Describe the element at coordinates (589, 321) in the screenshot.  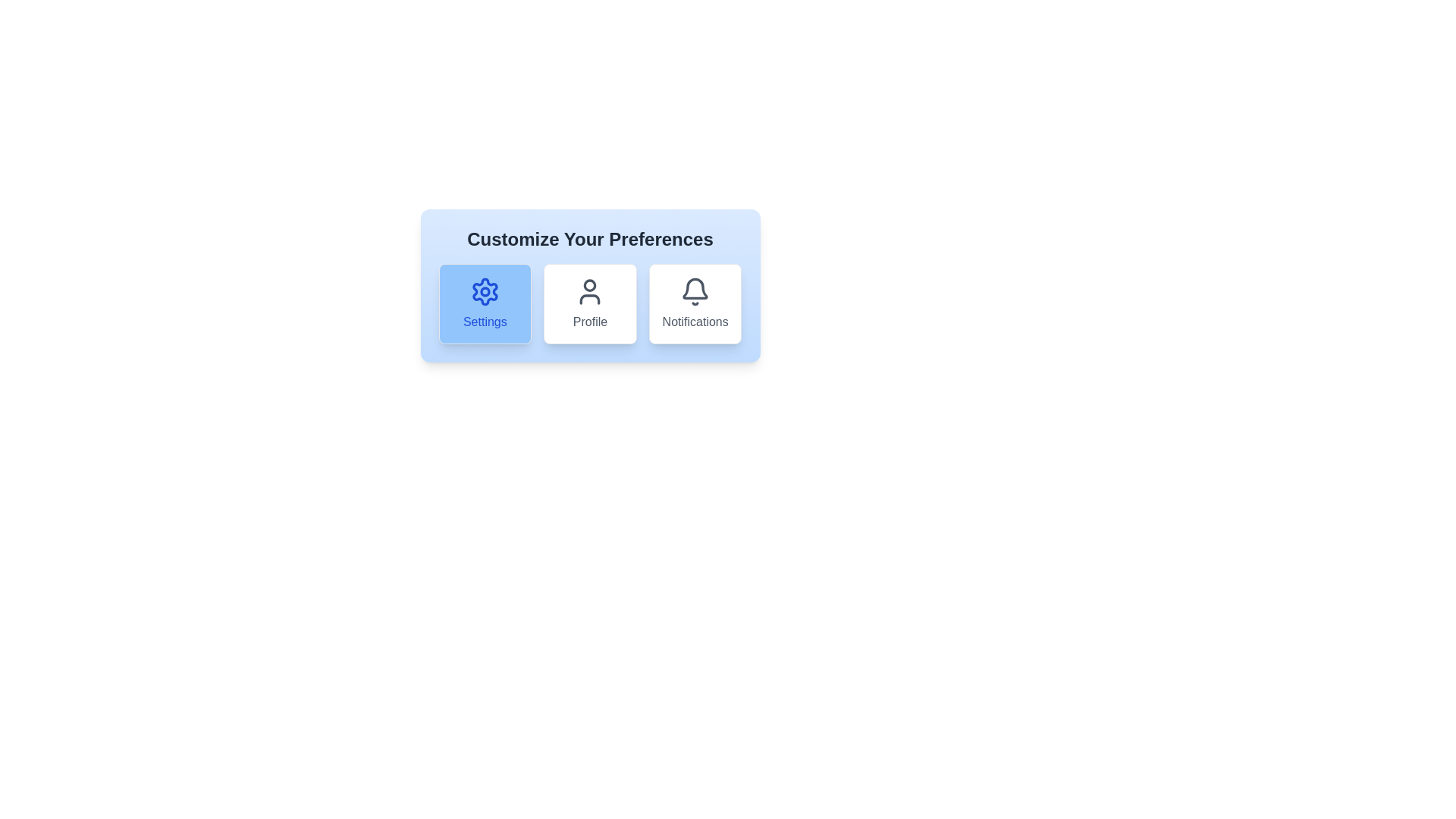
I see `the Text Label that provides context for the user profile button, located directly below the user profile icon` at that location.